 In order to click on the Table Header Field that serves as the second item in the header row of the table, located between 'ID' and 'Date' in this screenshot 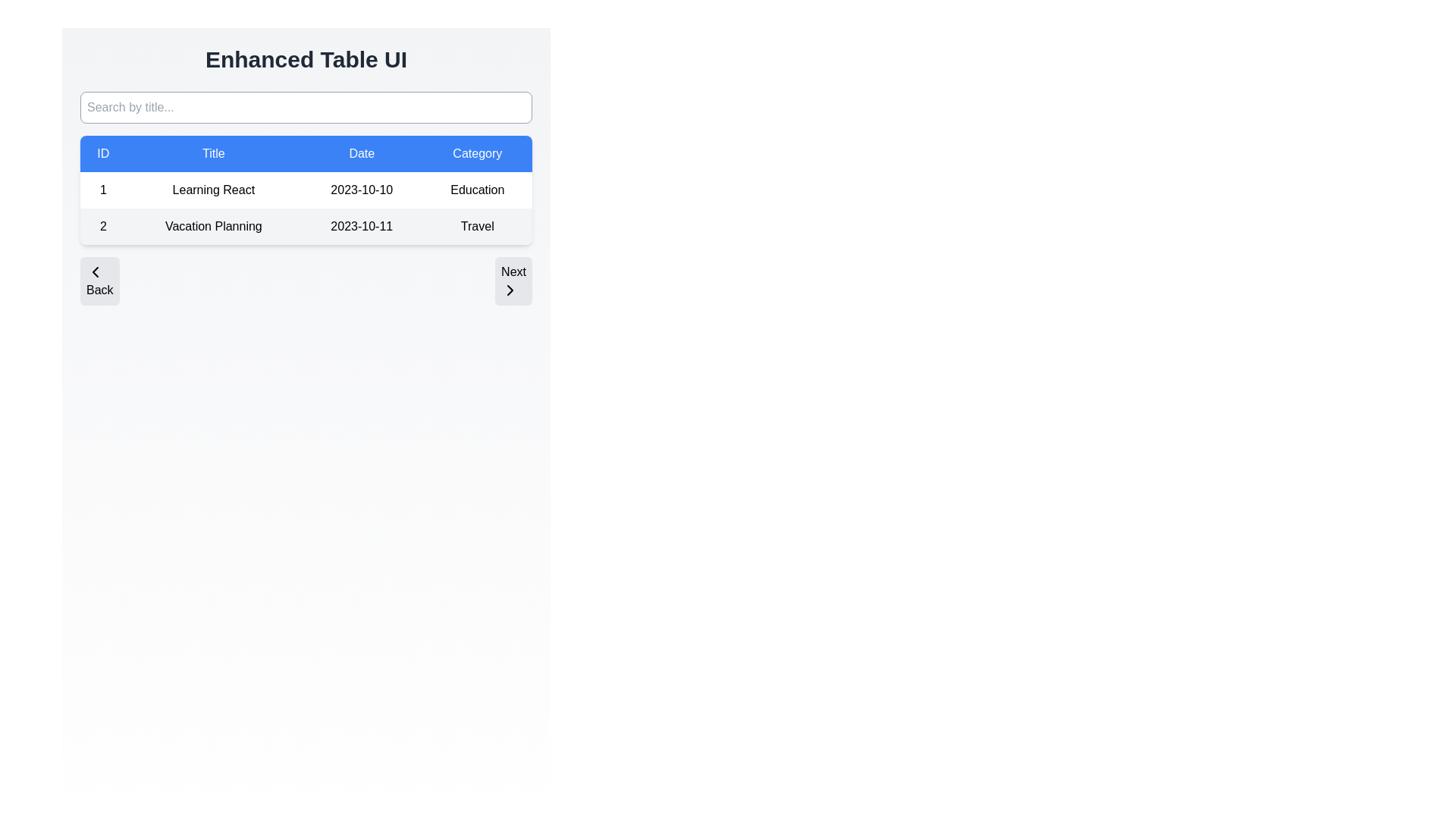, I will do `click(212, 154)`.